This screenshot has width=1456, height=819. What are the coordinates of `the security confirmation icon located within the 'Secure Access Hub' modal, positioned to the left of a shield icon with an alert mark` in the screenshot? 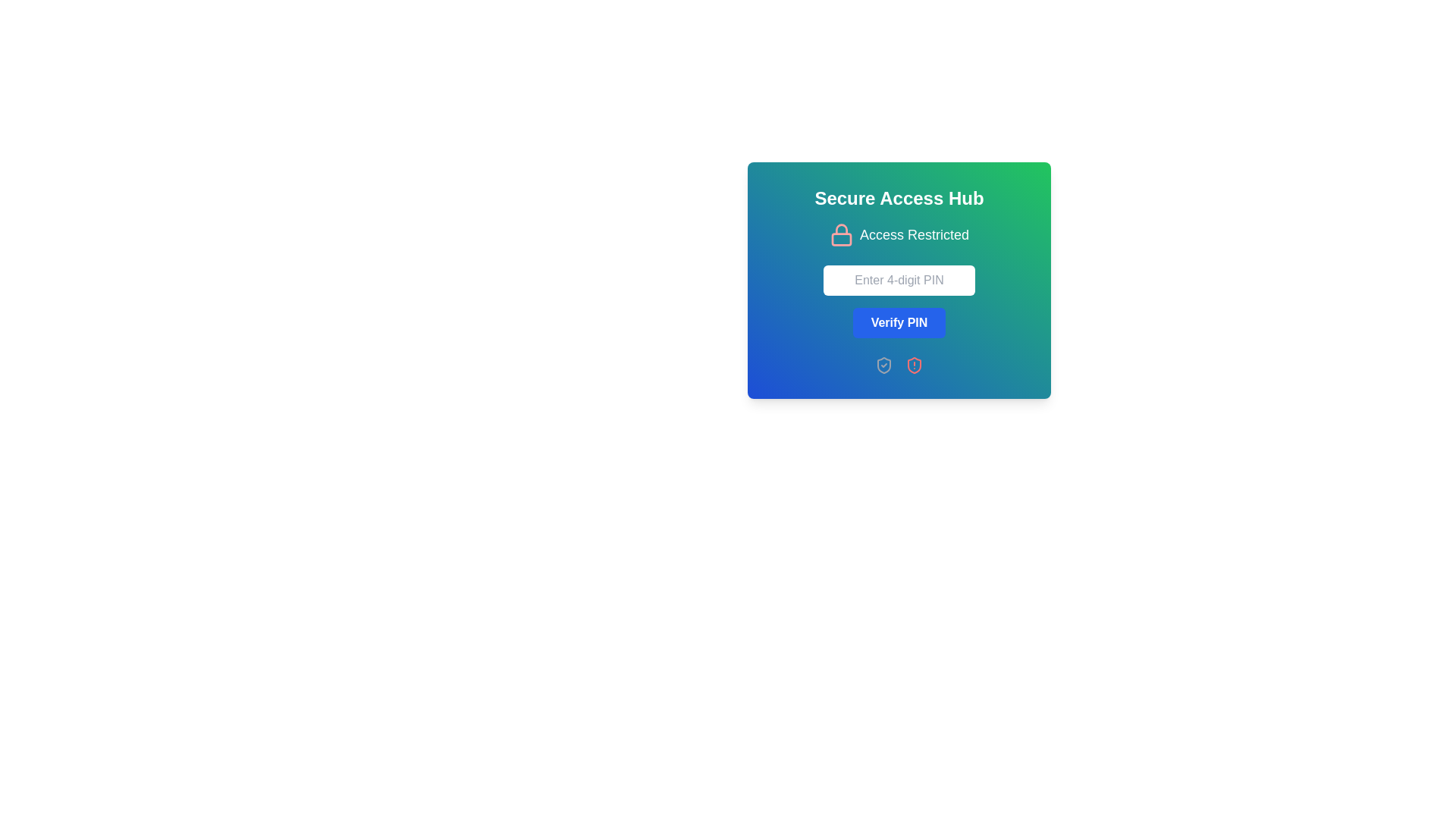 It's located at (884, 366).